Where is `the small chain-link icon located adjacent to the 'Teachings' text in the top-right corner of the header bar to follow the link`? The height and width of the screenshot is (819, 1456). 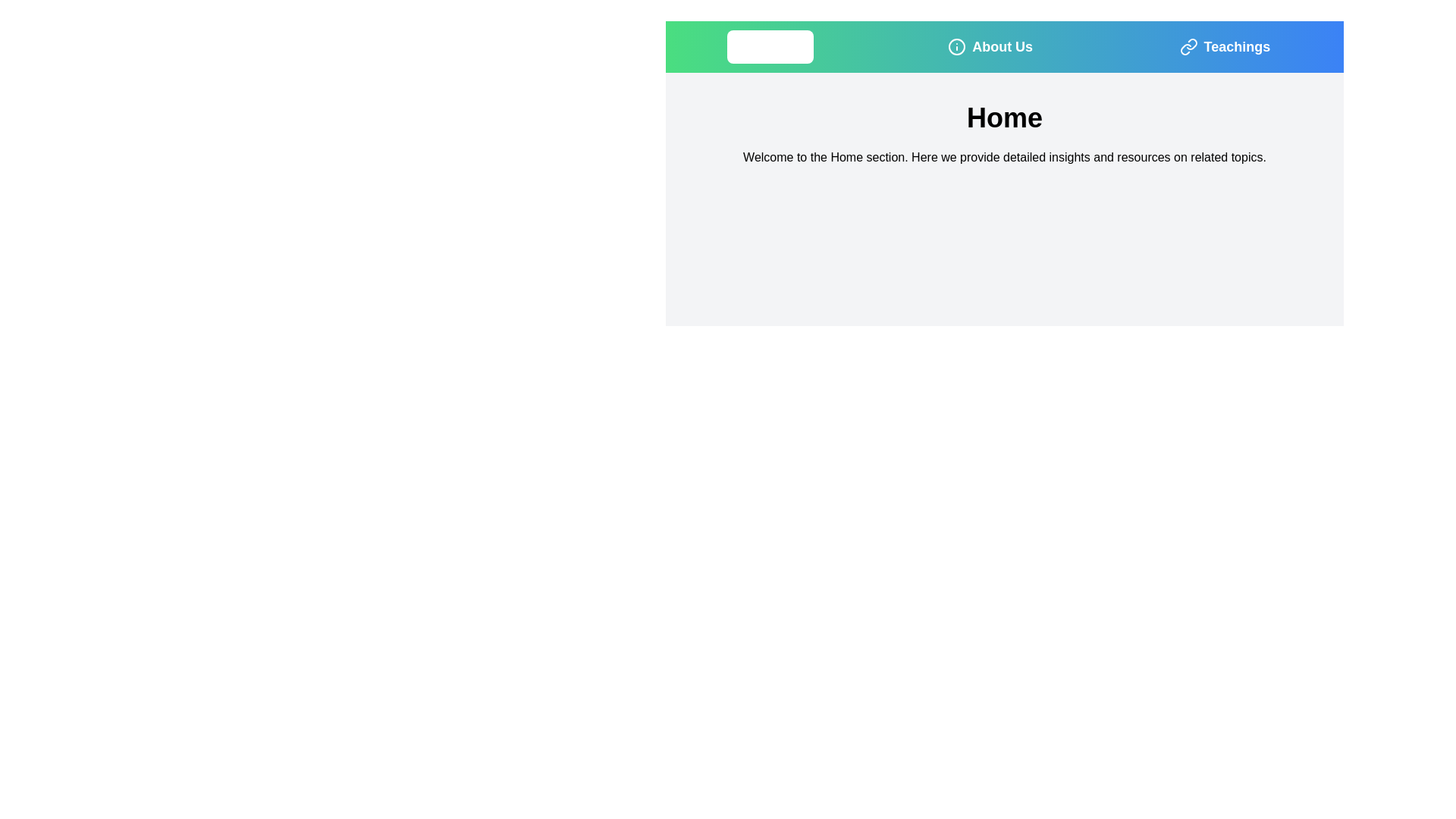
the small chain-link icon located adjacent to the 'Teachings' text in the top-right corner of the header bar to follow the link is located at coordinates (1188, 45).